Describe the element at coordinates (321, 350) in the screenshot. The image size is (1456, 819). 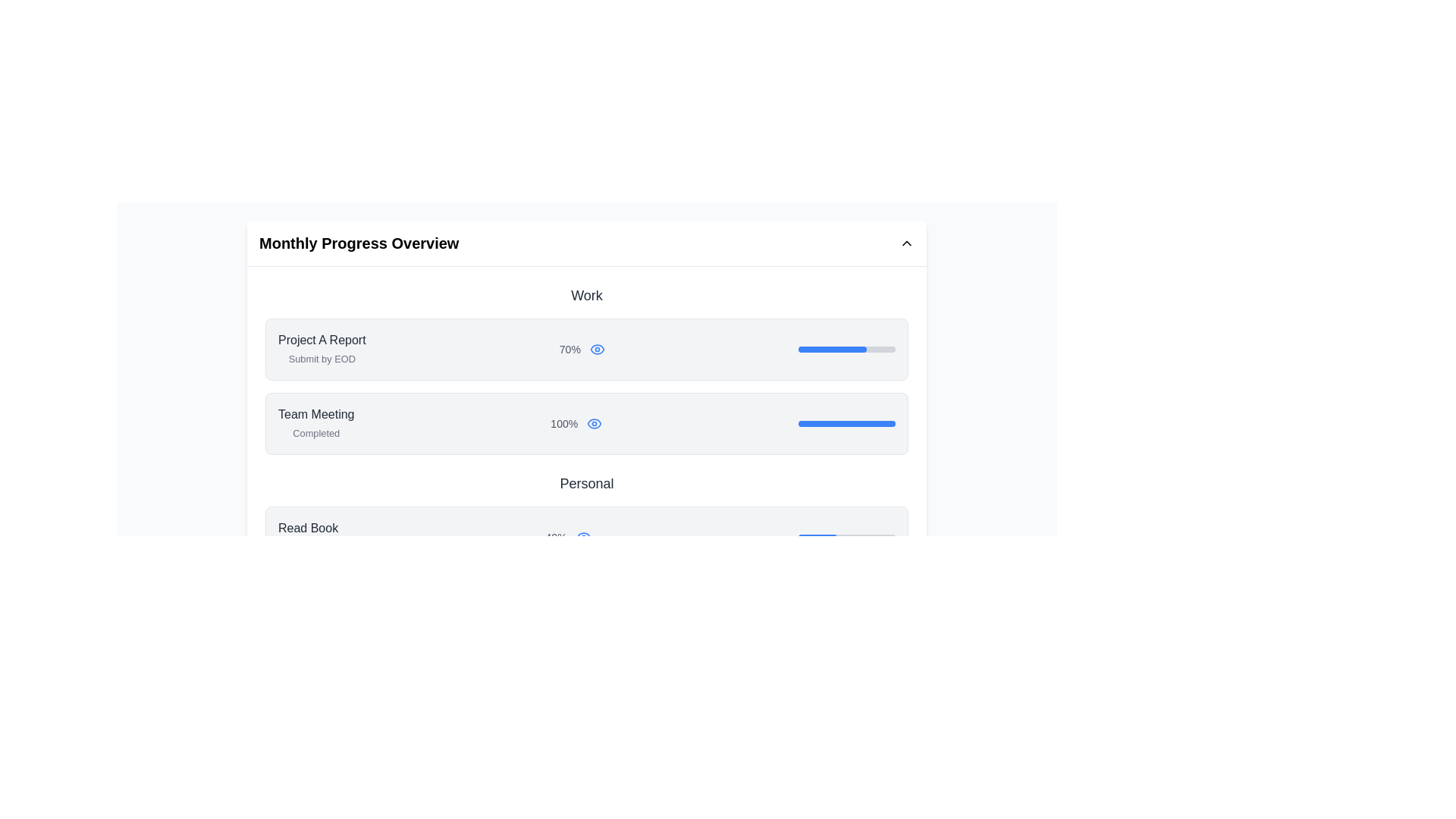
I see `the 'Project A Report' text block located in the top-left region of the first rounded rectangular card under the 'Work' category in the 'Monthly Progress Overview' section` at that location.